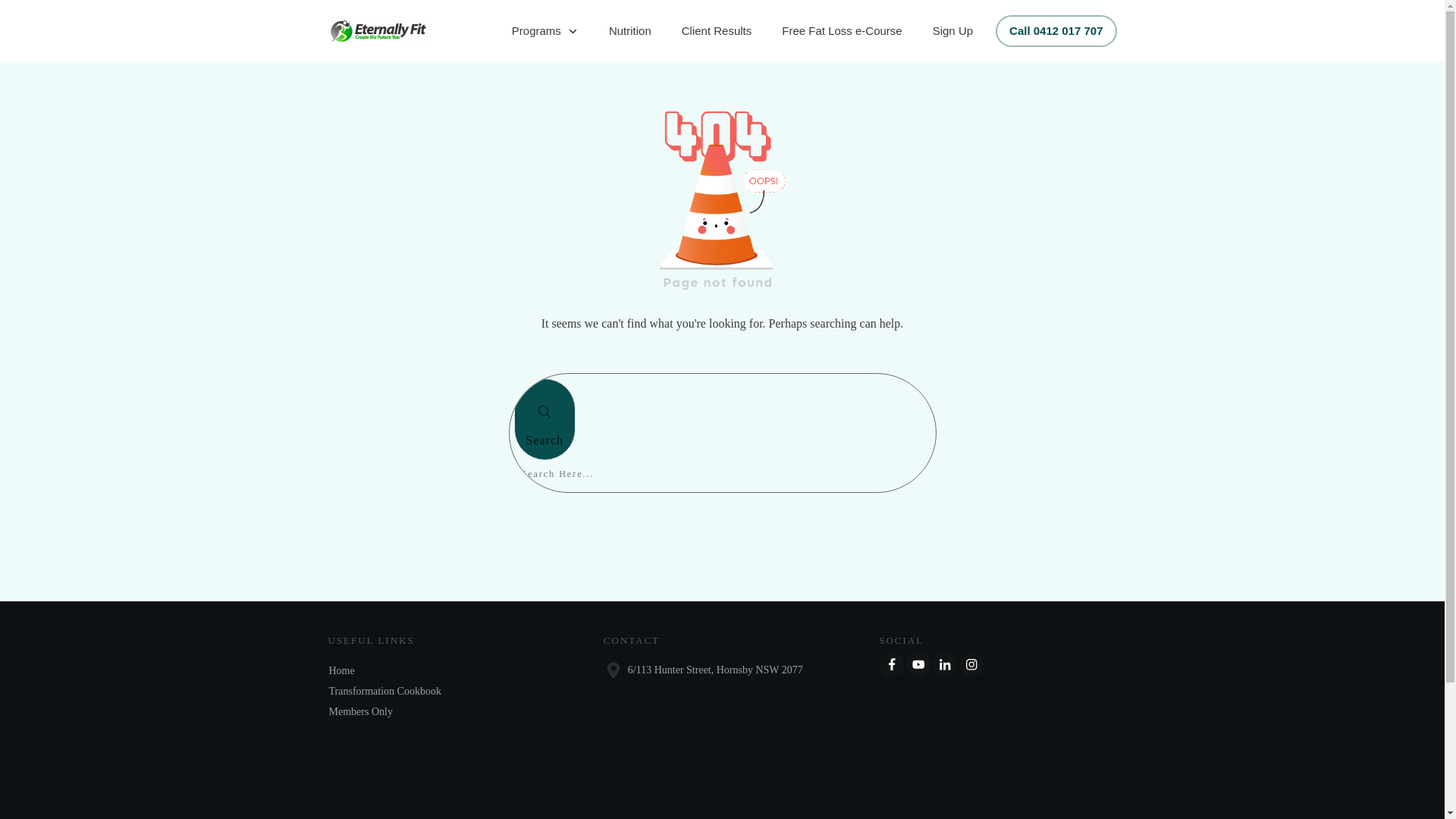 This screenshot has width=1456, height=819. I want to click on 'Sign Up', so click(952, 31).